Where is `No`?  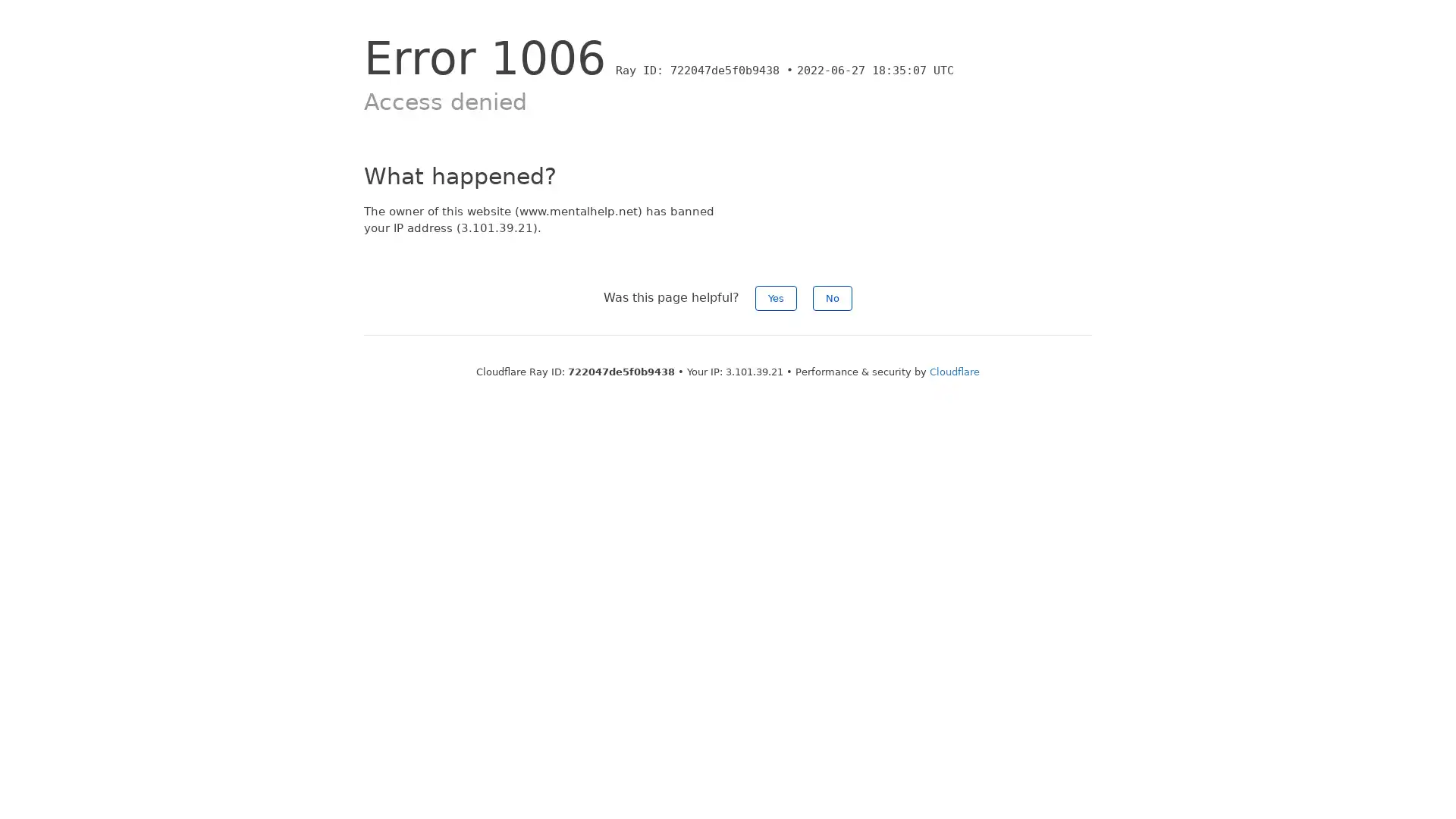 No is located at coordinates (832, 297).